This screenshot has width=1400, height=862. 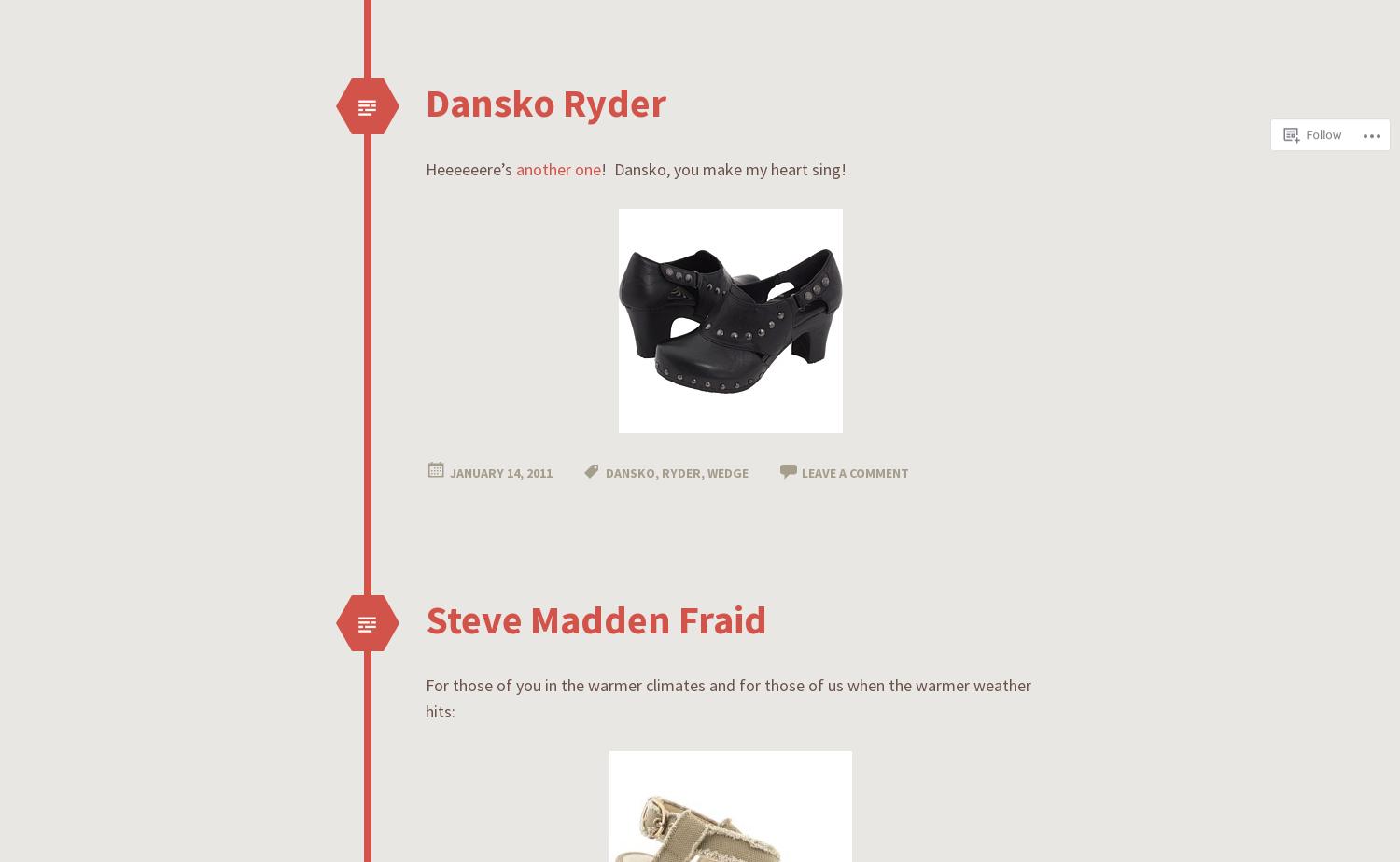 I want to click on 'Ryder', so click(x=661, y=471).